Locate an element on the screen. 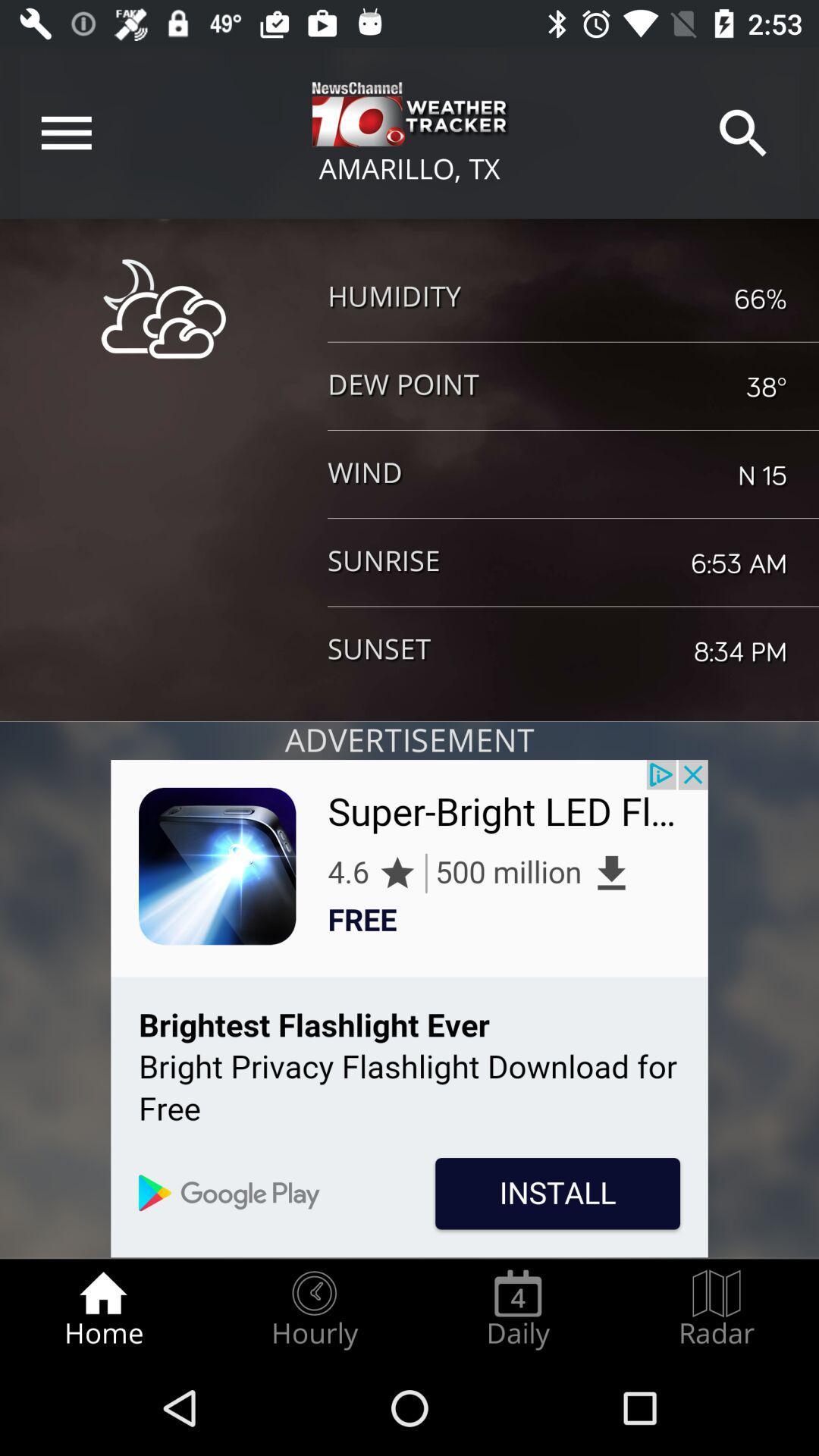 Image resolution: width=819 pixels, height=1456 pixels. the daily is located at coordinates (517, 1309).